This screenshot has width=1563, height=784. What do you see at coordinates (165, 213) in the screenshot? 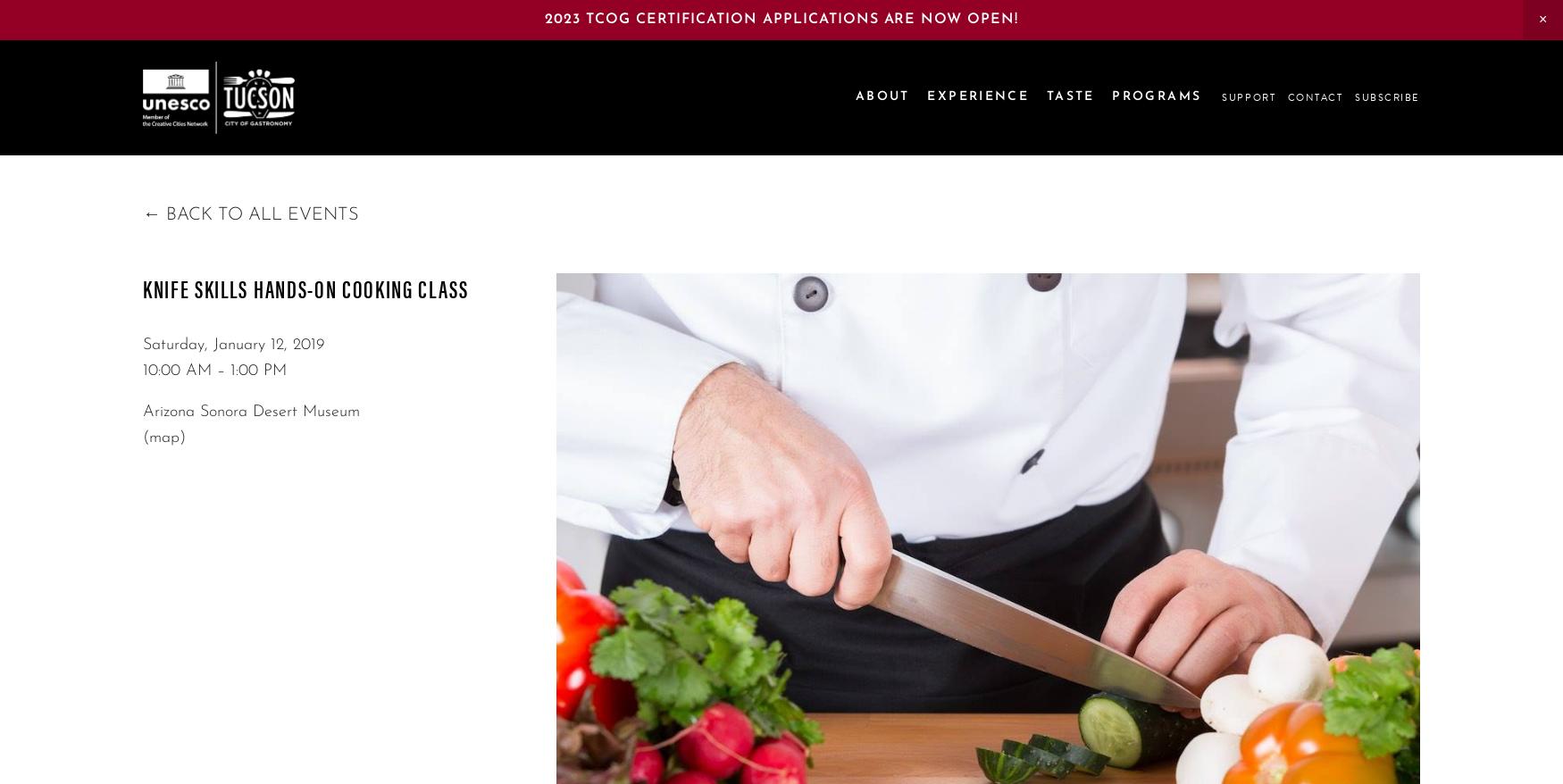
I see `'Back to All Events'` at bounding box center [165, 213].